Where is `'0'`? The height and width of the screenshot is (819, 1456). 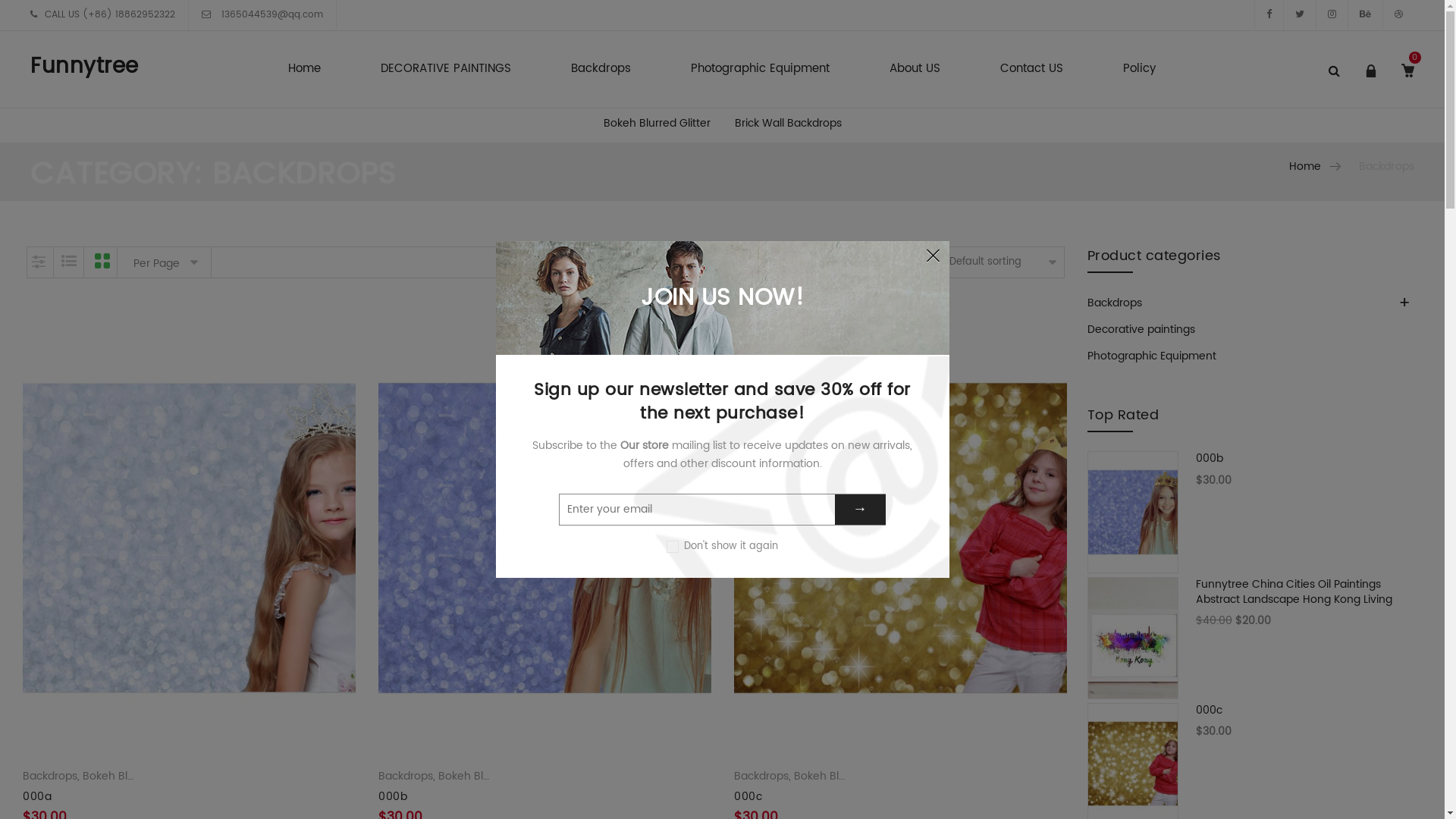 '0' is located at coordinates (1395, 83).